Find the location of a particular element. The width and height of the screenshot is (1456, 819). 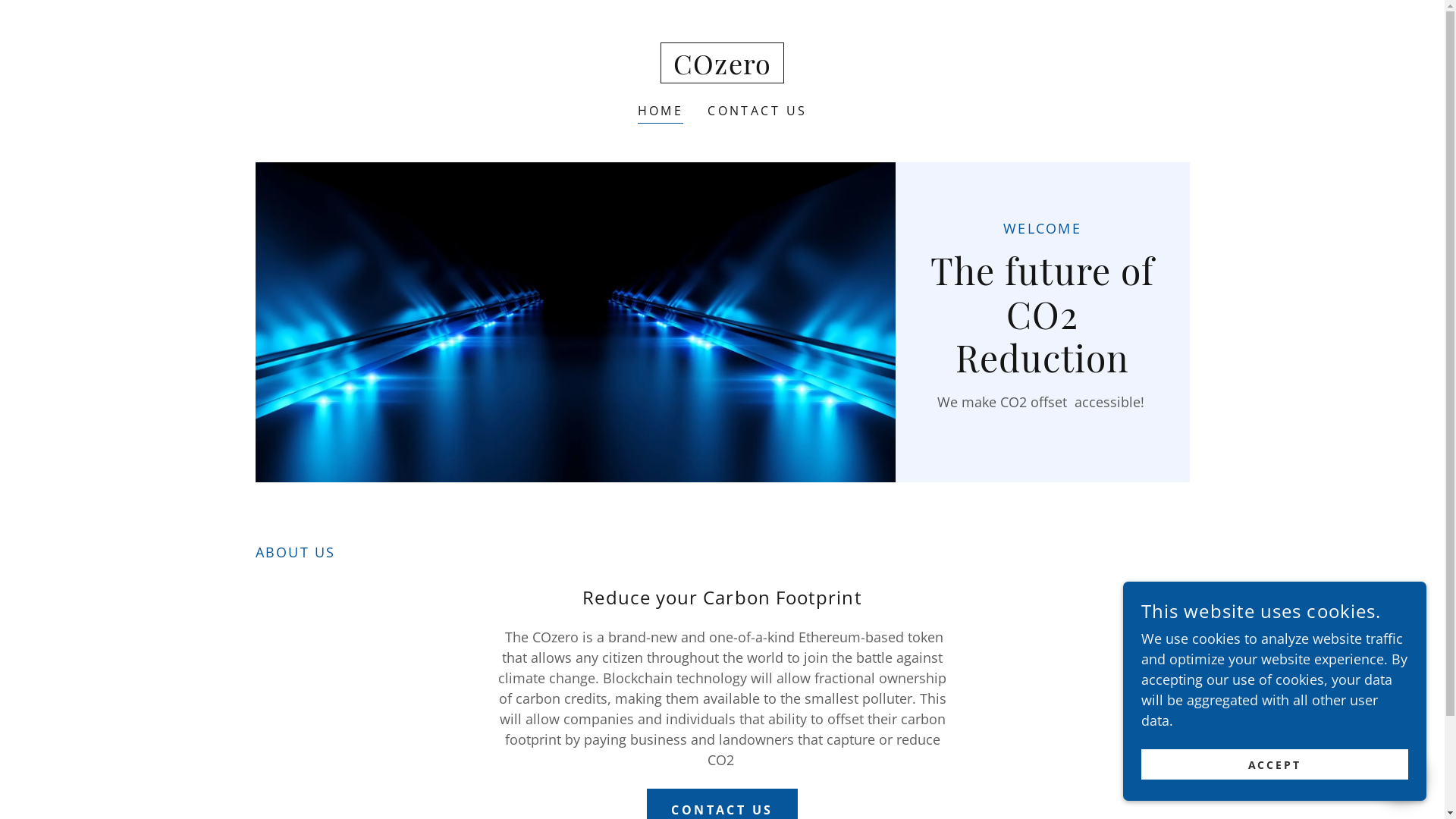

'CONTACT US' is located at coordinates (701, 110).